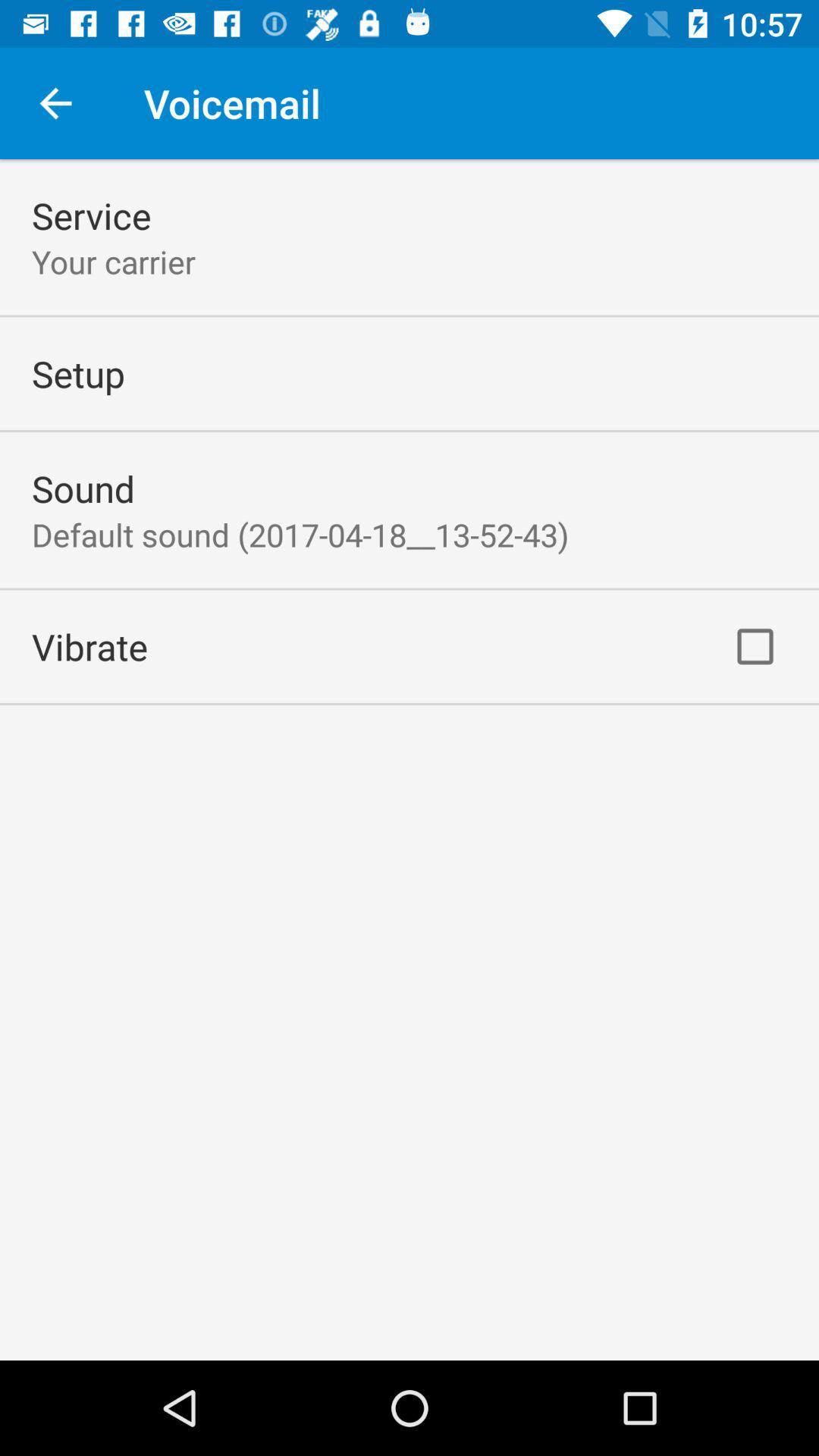 This screenshot has height=1456, width=819. I want to click on the app below the sound app, so click(300, 535).